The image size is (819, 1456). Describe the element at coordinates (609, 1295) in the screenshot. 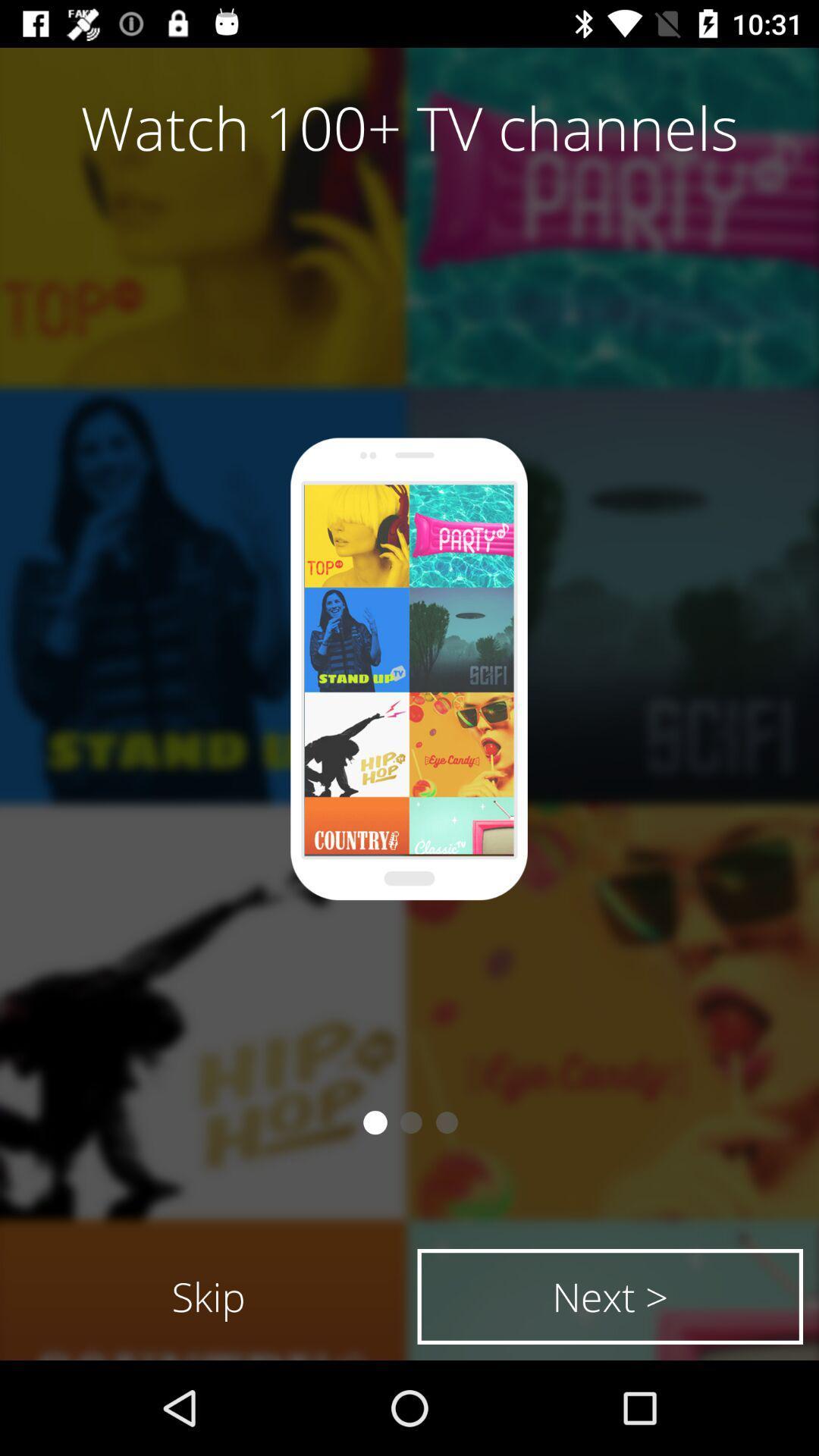

I see `the next > item` at that location.